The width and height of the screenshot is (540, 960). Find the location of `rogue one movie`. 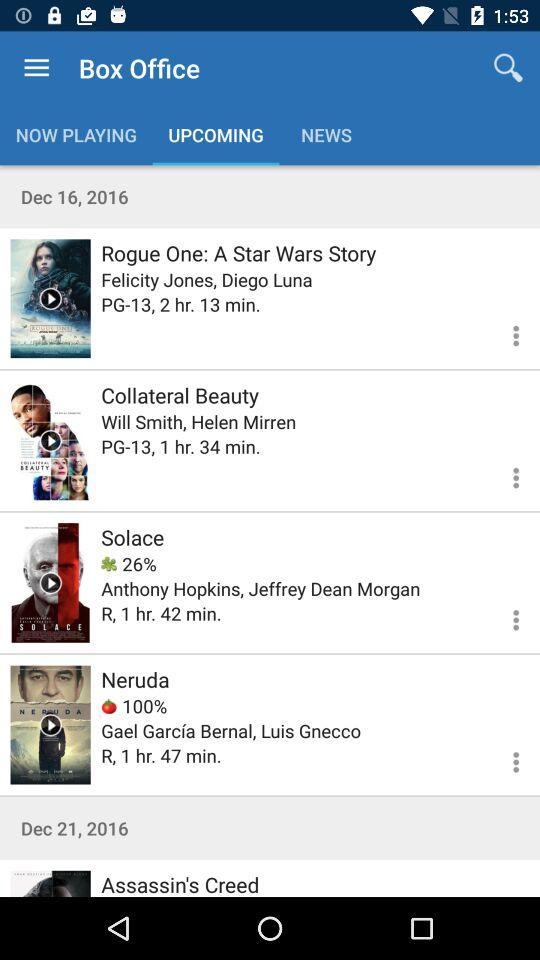

rogue one movie is located at coordinates (50, 297).